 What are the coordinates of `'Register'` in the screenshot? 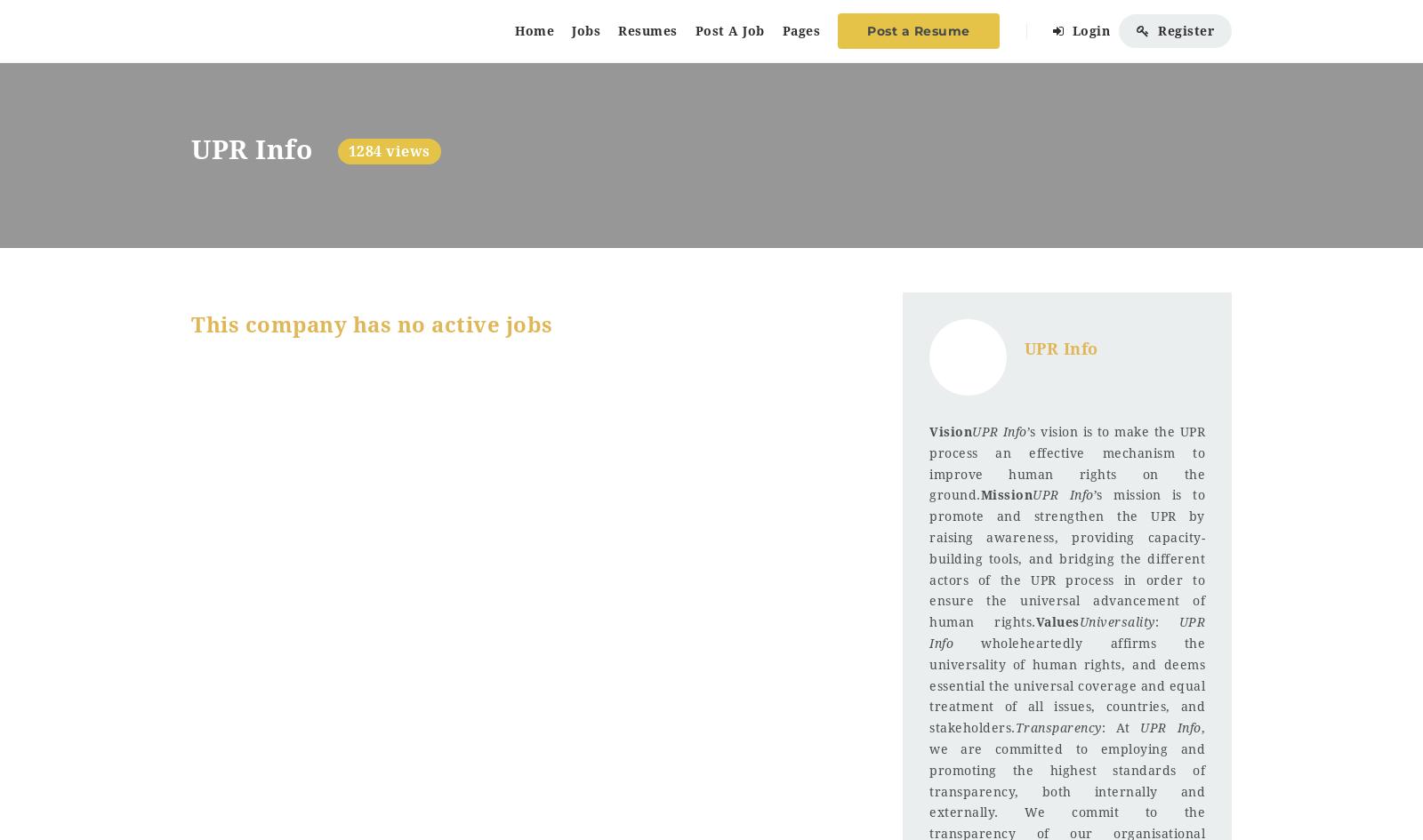 It's located at (1183, 30).